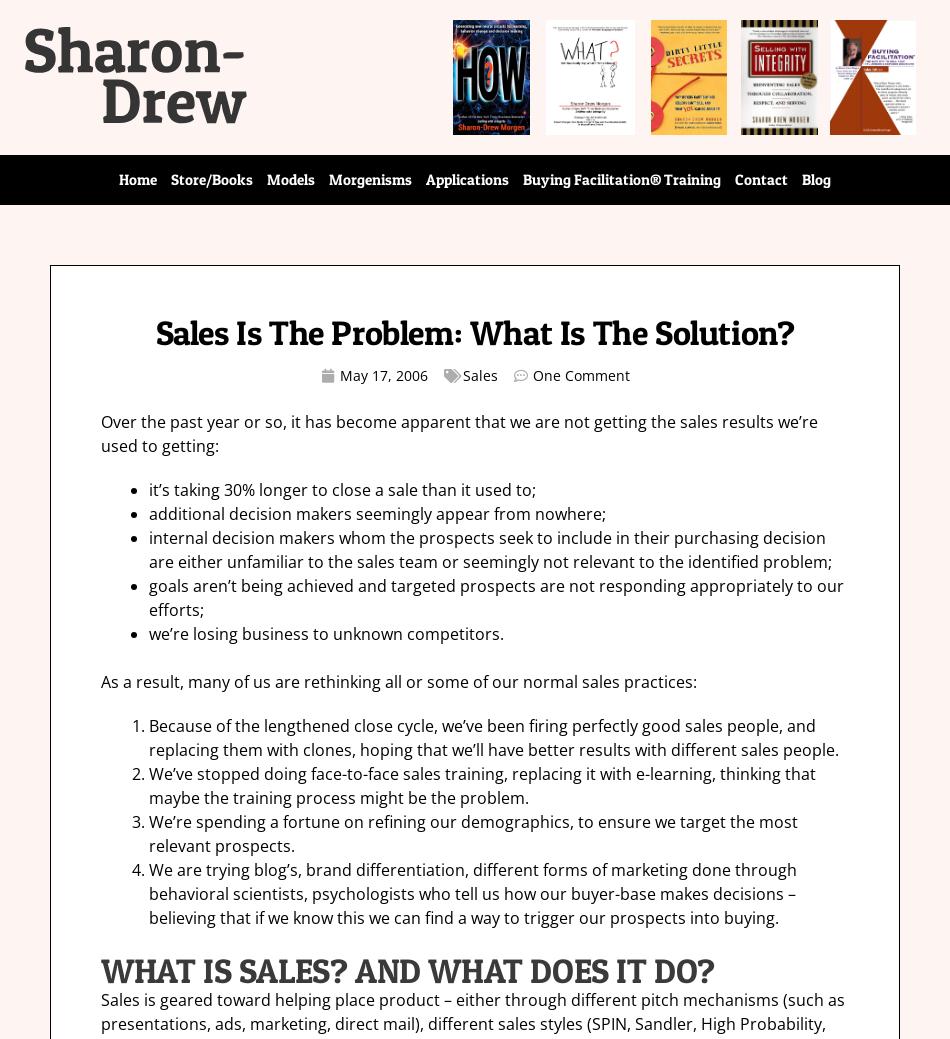 This screenshot has width=950, height=1039. What do you see at coordinates (472, 893) in the screenshot?
I see `'We are trying blog’s, brand differentiation, different forms of marketing done through behavioral scientists, psychologists who tell us how our buyer-base makes decisions – believing that if we know this we can find a way to trigger our prospects into buying.'` at bounding box center [472, 893].